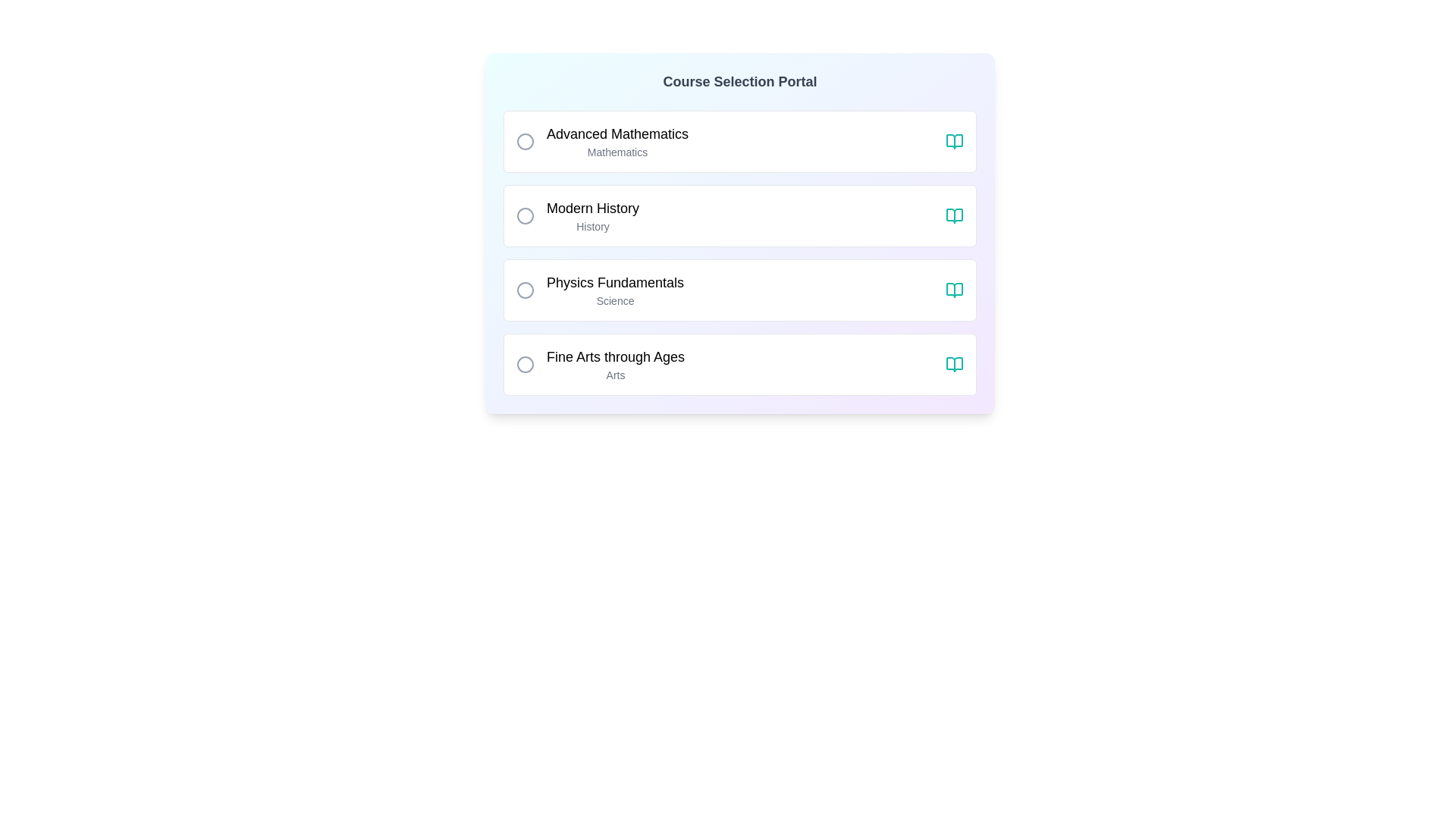  Describe the element at coordinates (953, 141) in the screenshot. I see `the icon located in the top-right corner of the 'Advanced Mathematics' section of the first course card` at that location.